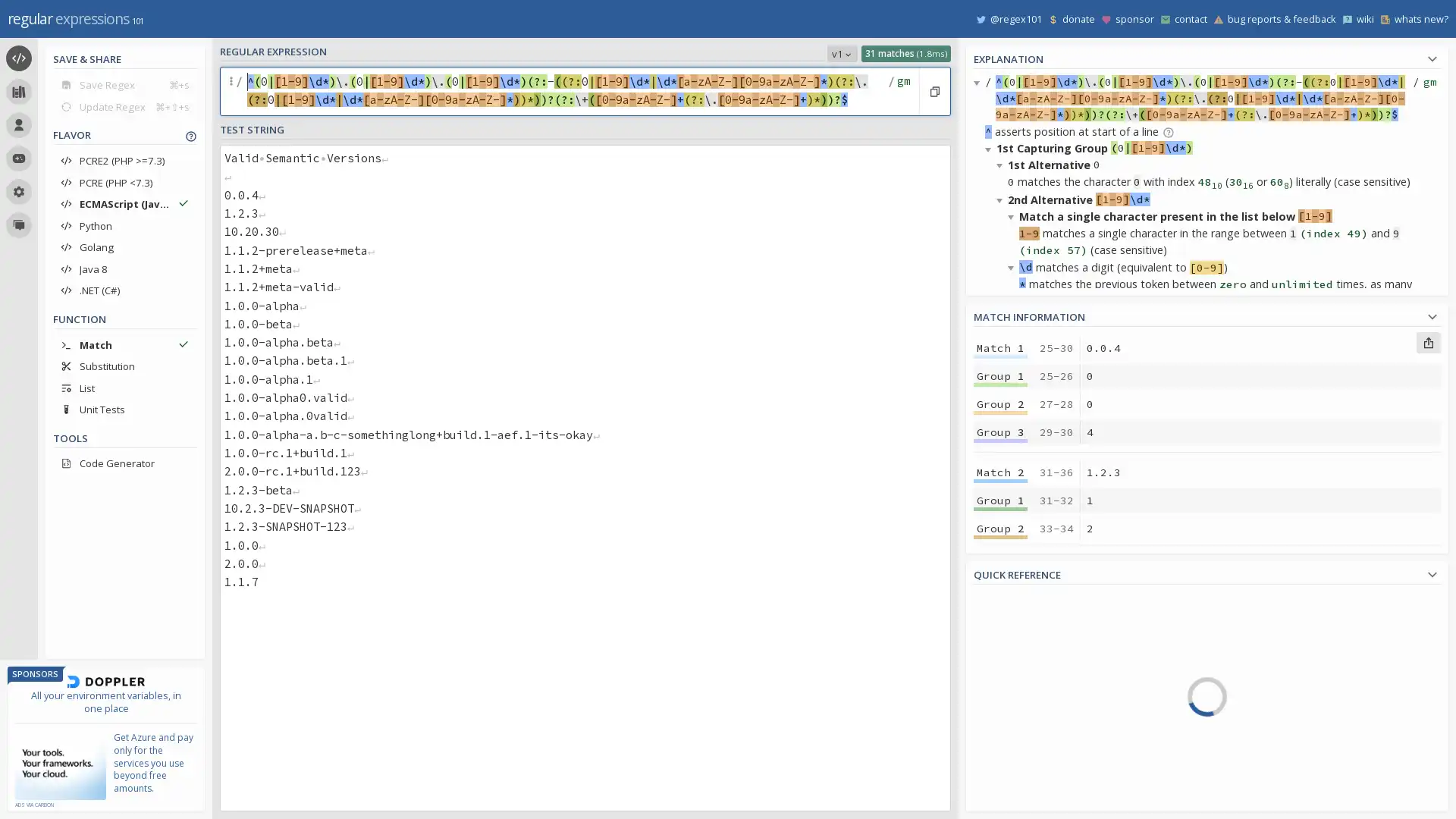 This screenshot has width=1456, height=819. What do you see at coordinates (1282, 643) in the screenshot?
I see `A character in the range: a-z [a-z]` at bounding box center [1282, 643].